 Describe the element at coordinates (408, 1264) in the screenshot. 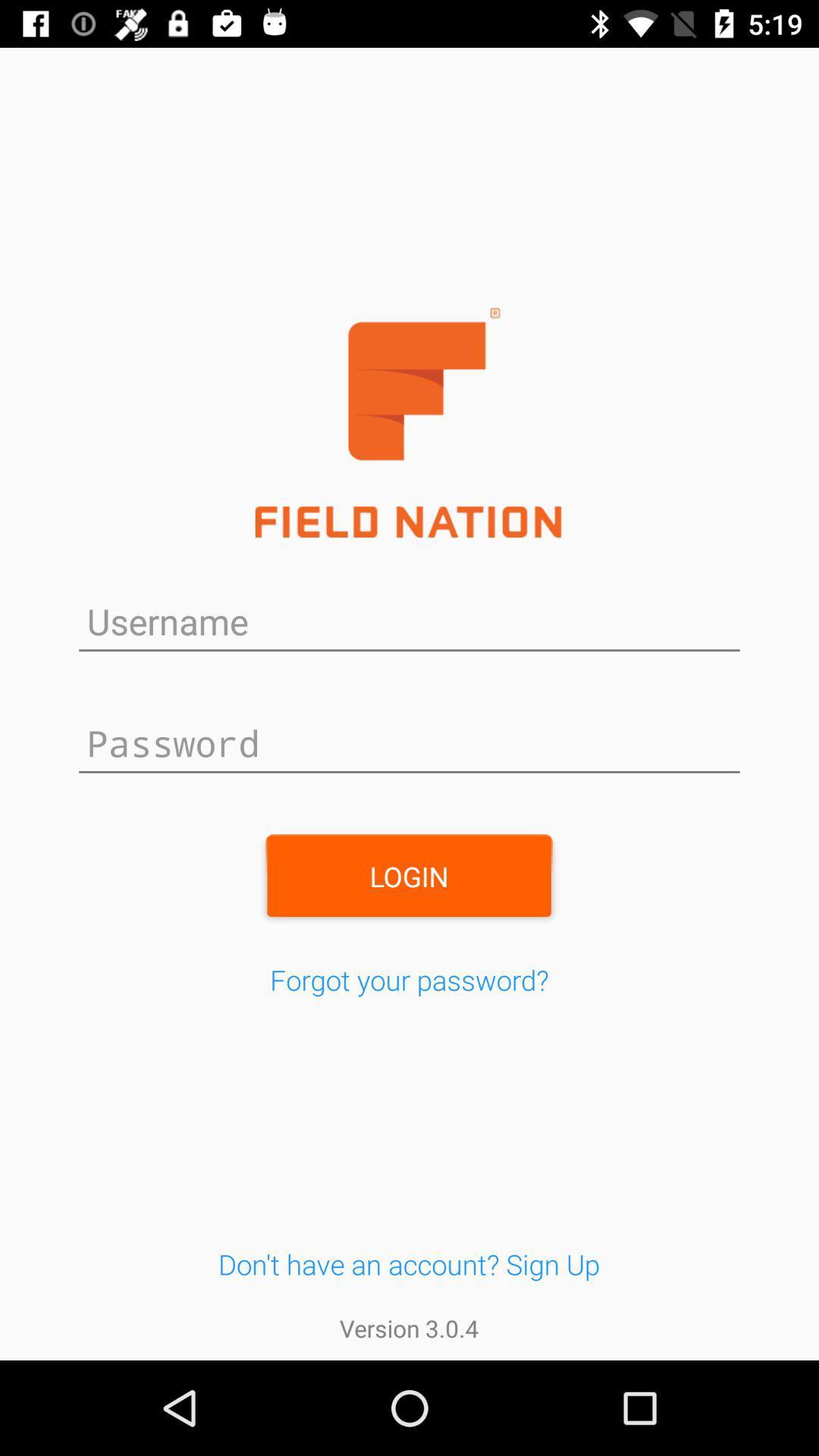

I see `the icon above the version 3 0 app` at that location.